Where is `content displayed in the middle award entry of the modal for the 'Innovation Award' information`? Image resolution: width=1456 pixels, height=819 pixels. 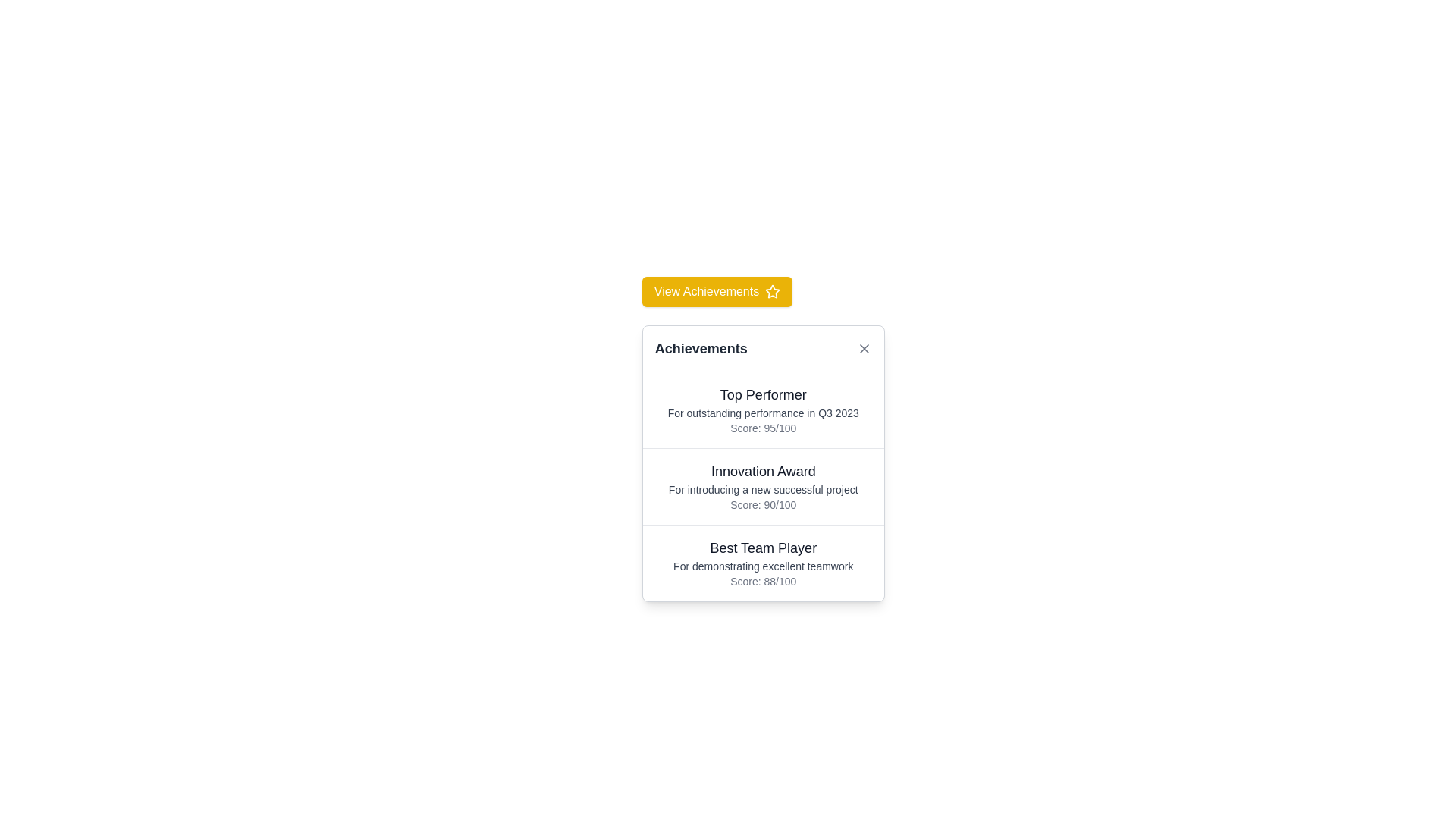
content displayed in the middle award entry of the modal for the 'Innovation Award' information is located at coordinates (763, 463).